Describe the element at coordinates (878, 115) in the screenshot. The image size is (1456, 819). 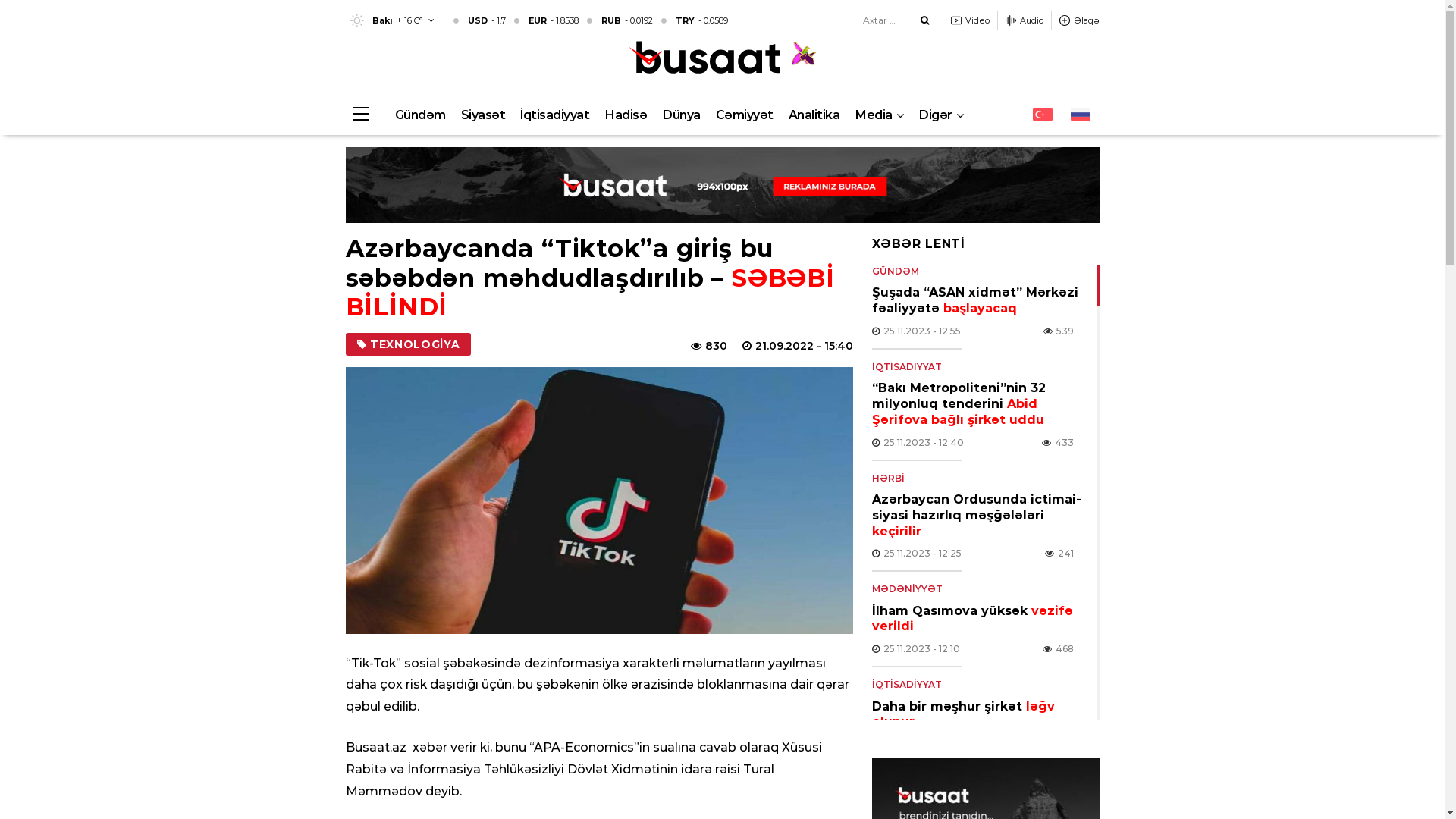
I see `'Media'` at that location.